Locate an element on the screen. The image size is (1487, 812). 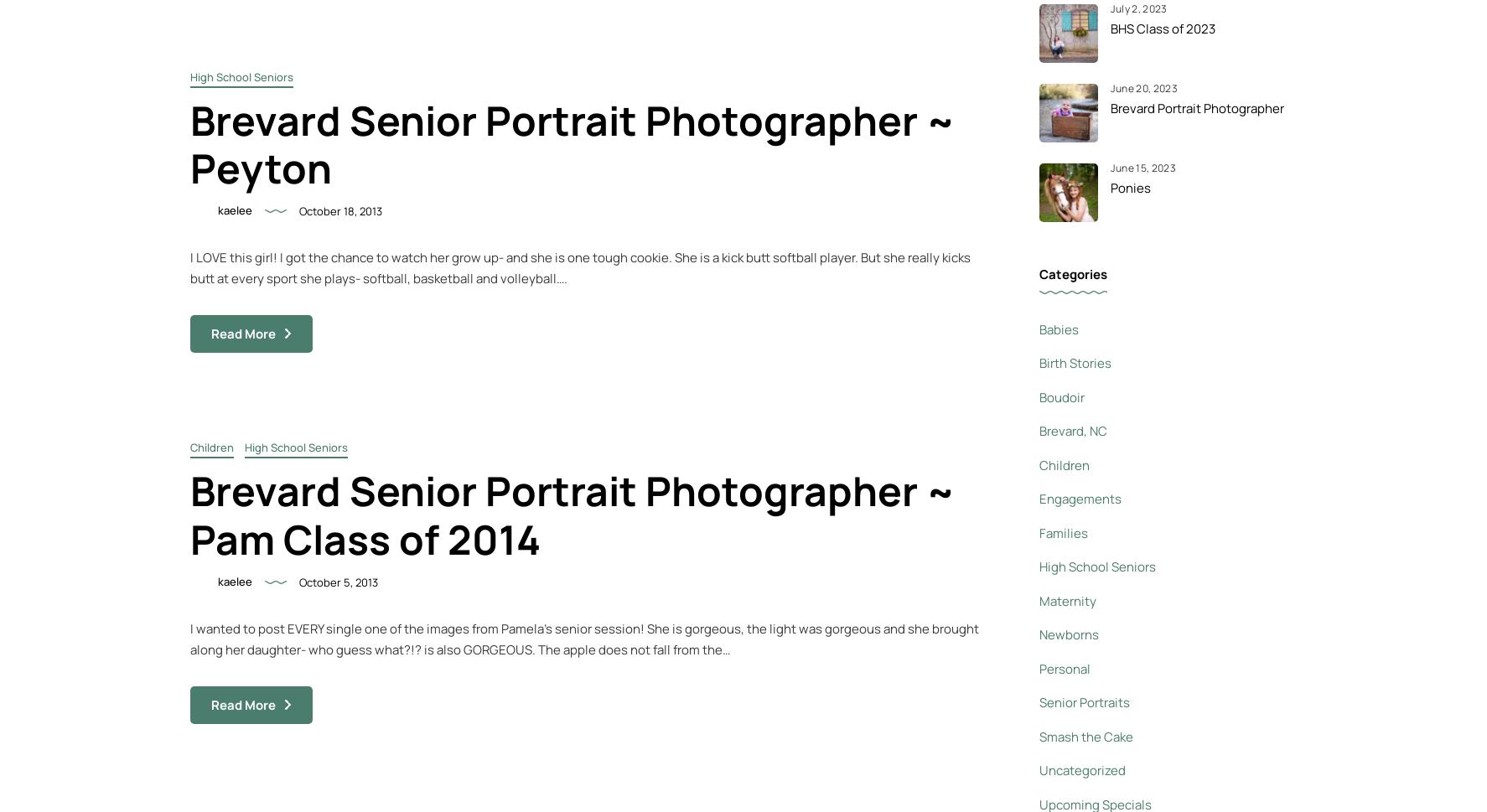
'Boudoir' is located at coordinates (1060, 396).